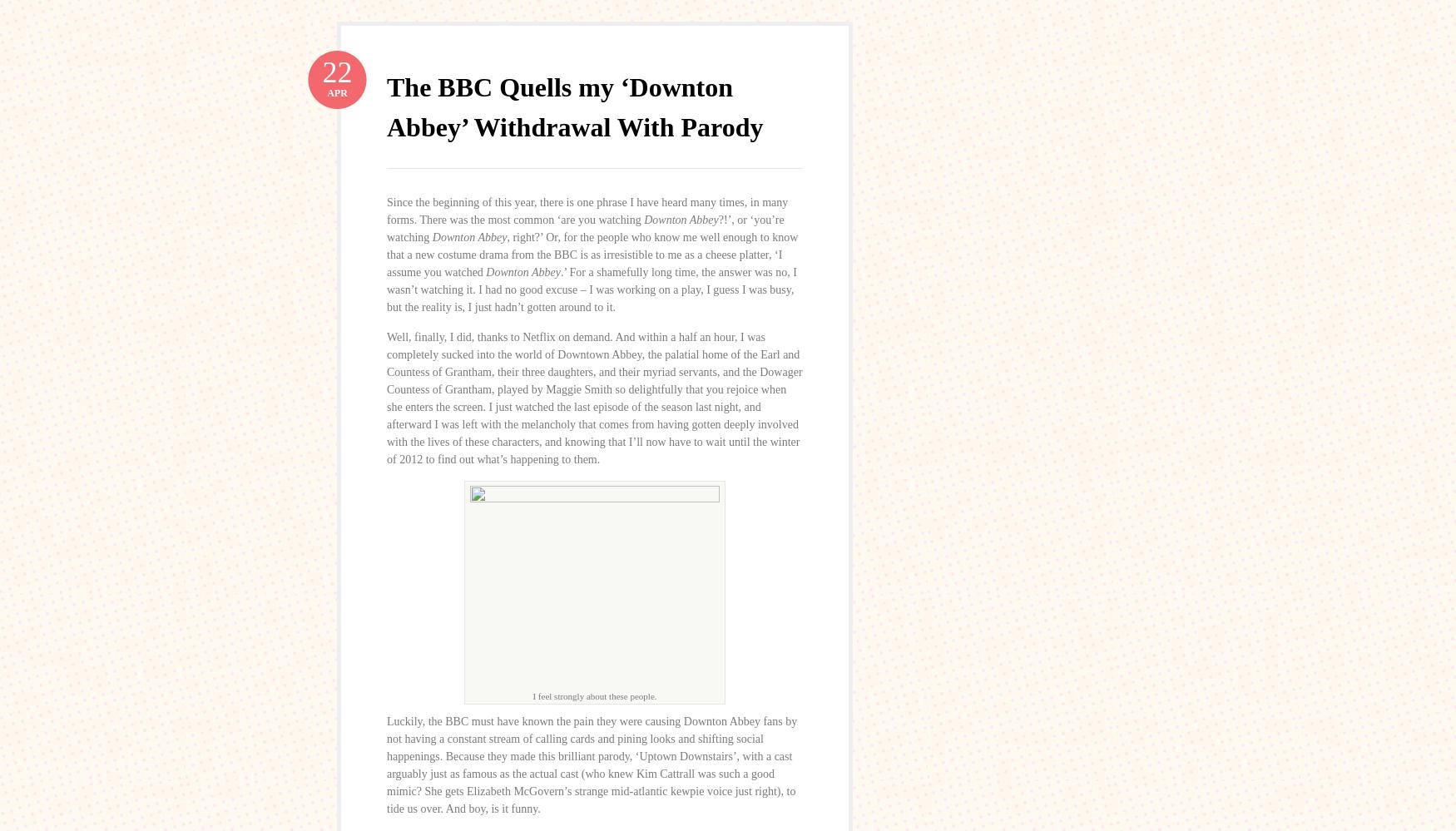 This screenshot has height=831, width=1456. I want to click on 'Apr', so click(326, 91).